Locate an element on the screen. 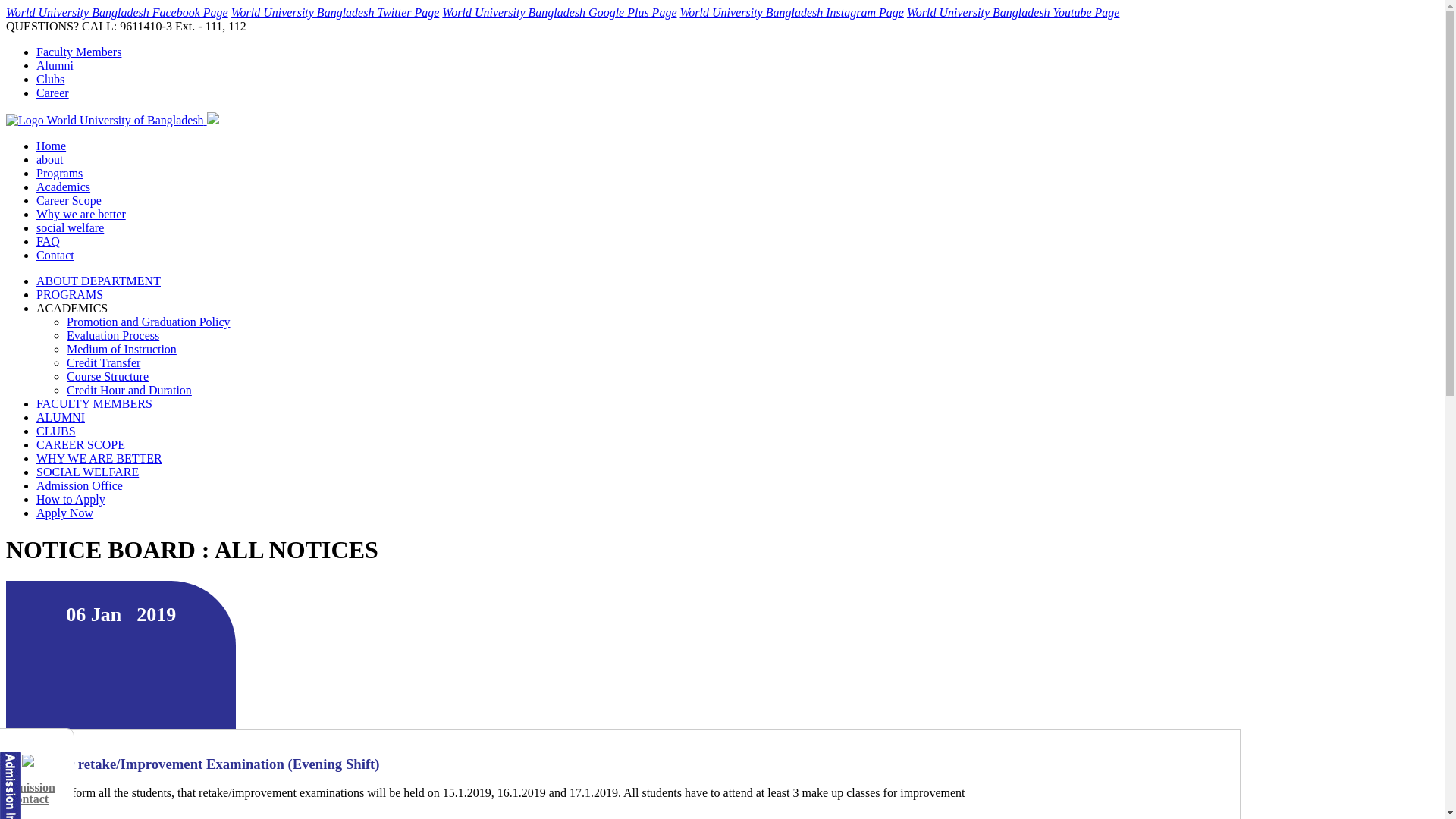  'Career Scope' is located at coordinates (68, 199).